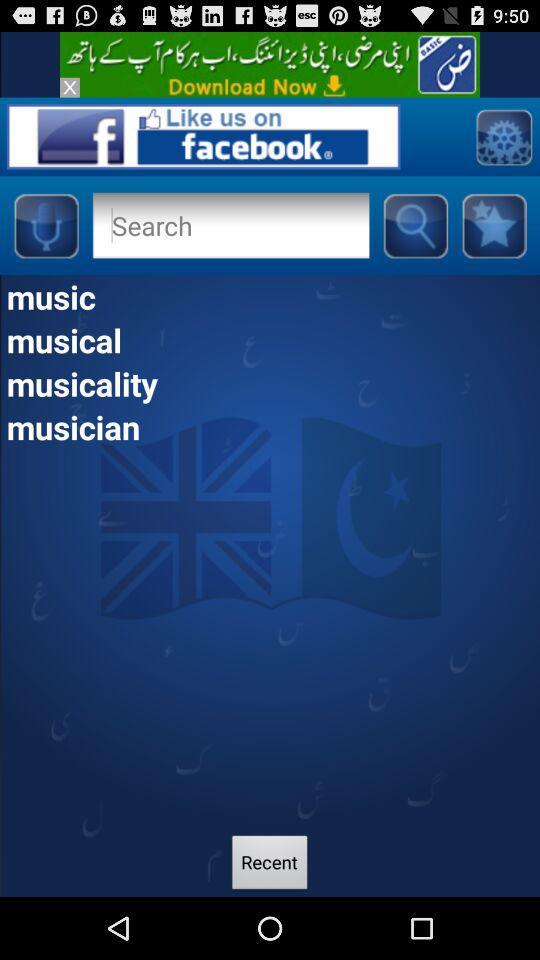  I want to click on advertisement, so click(270, 64).